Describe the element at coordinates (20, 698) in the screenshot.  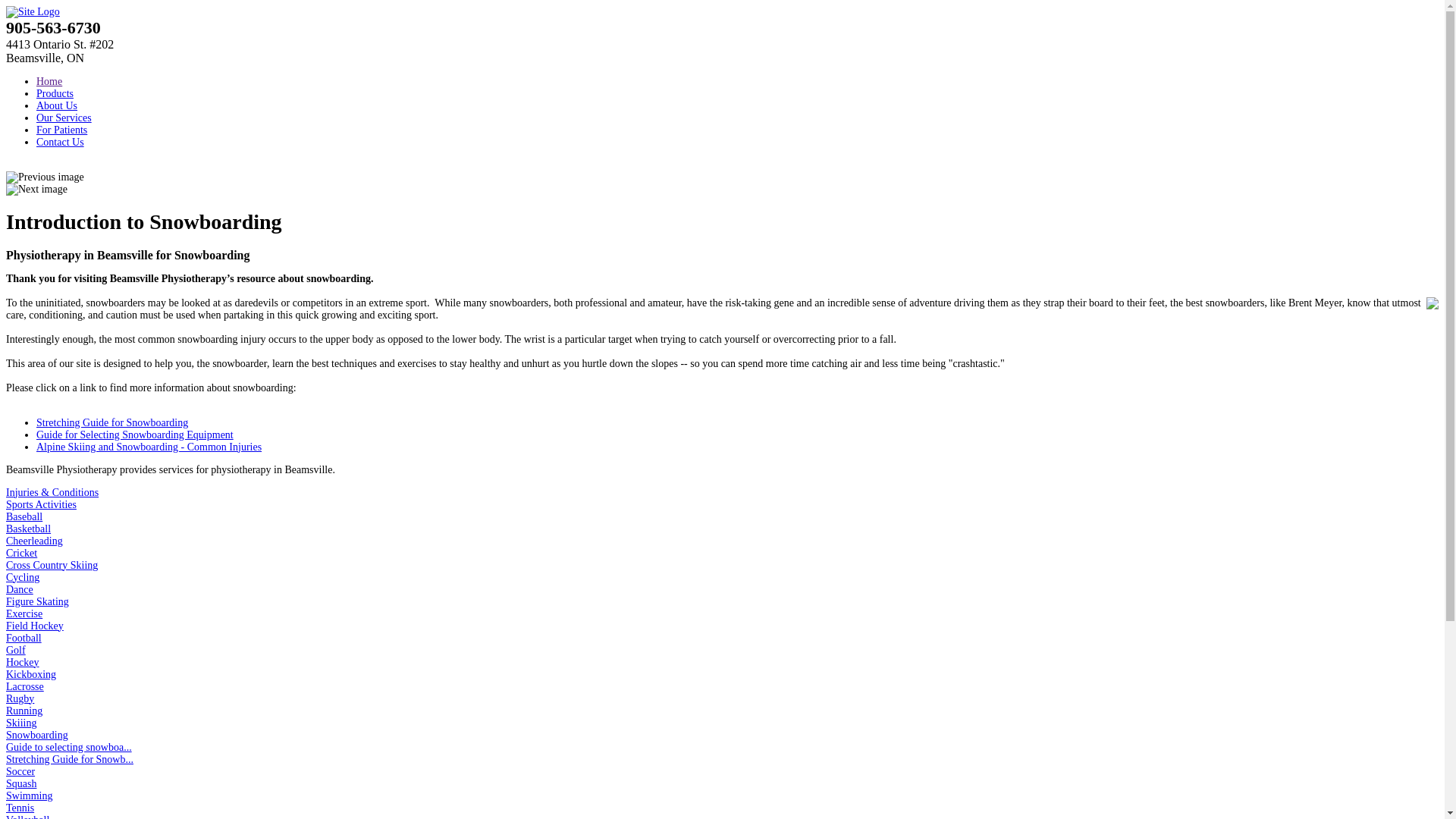
I see `'Rugby'` at that location.